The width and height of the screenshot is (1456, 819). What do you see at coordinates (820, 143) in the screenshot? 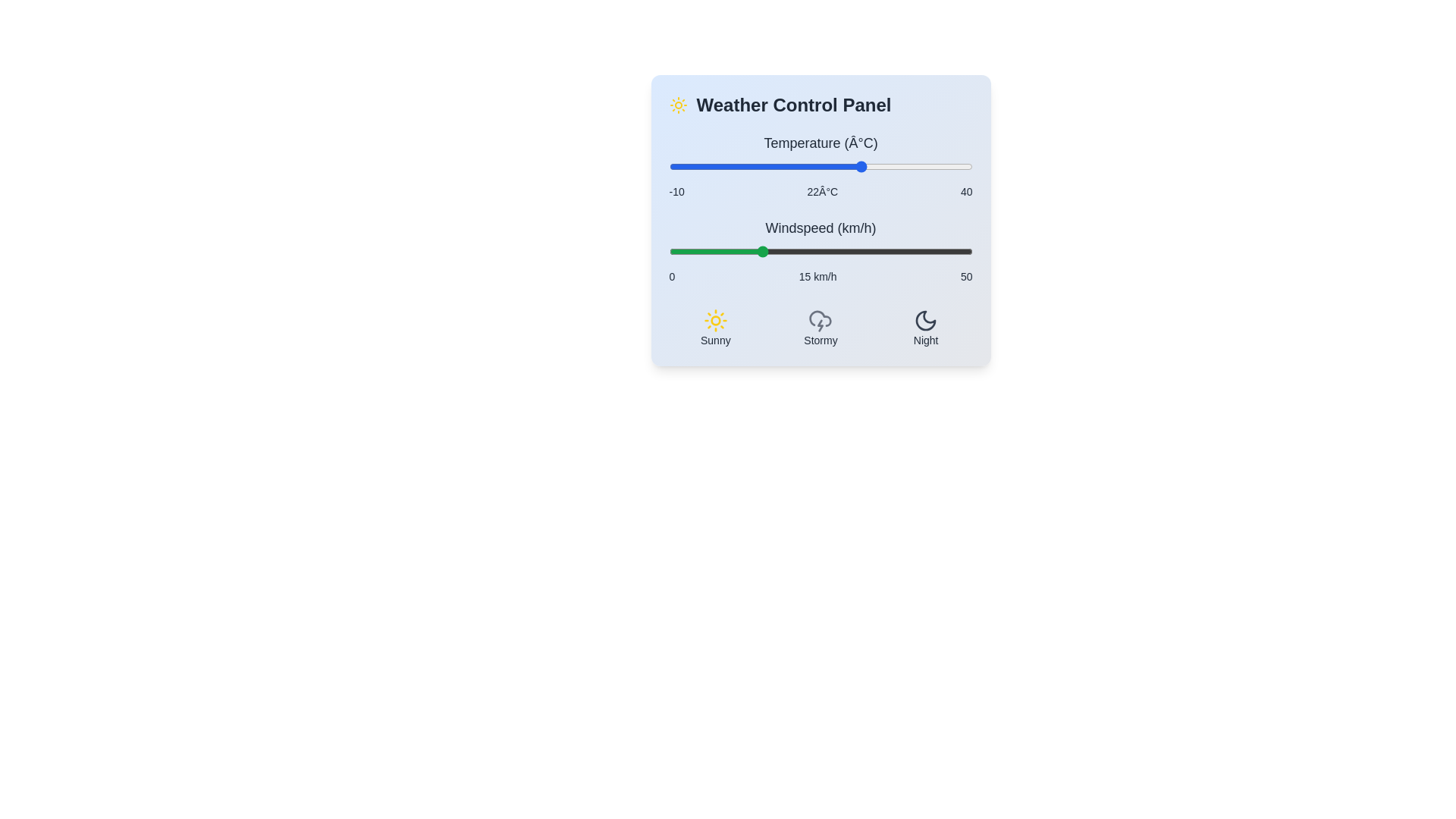
I see `the text label displaying 'Temperature (Â°C)' which is styled as a large, bold heading` at bounding box center [820, 143].